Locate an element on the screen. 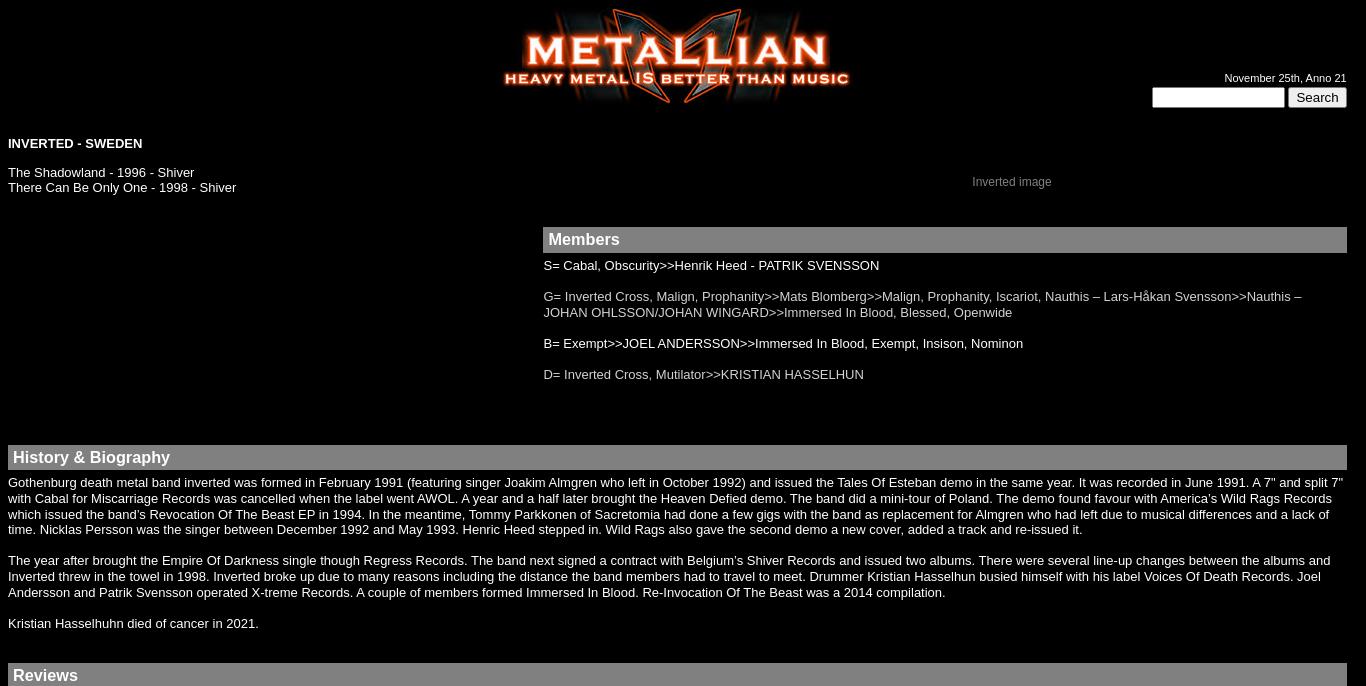  'S= Cabal, Obscurity>>Henrik Heed - PATRIK SVENSSON' is located at coordinates (711, 263).